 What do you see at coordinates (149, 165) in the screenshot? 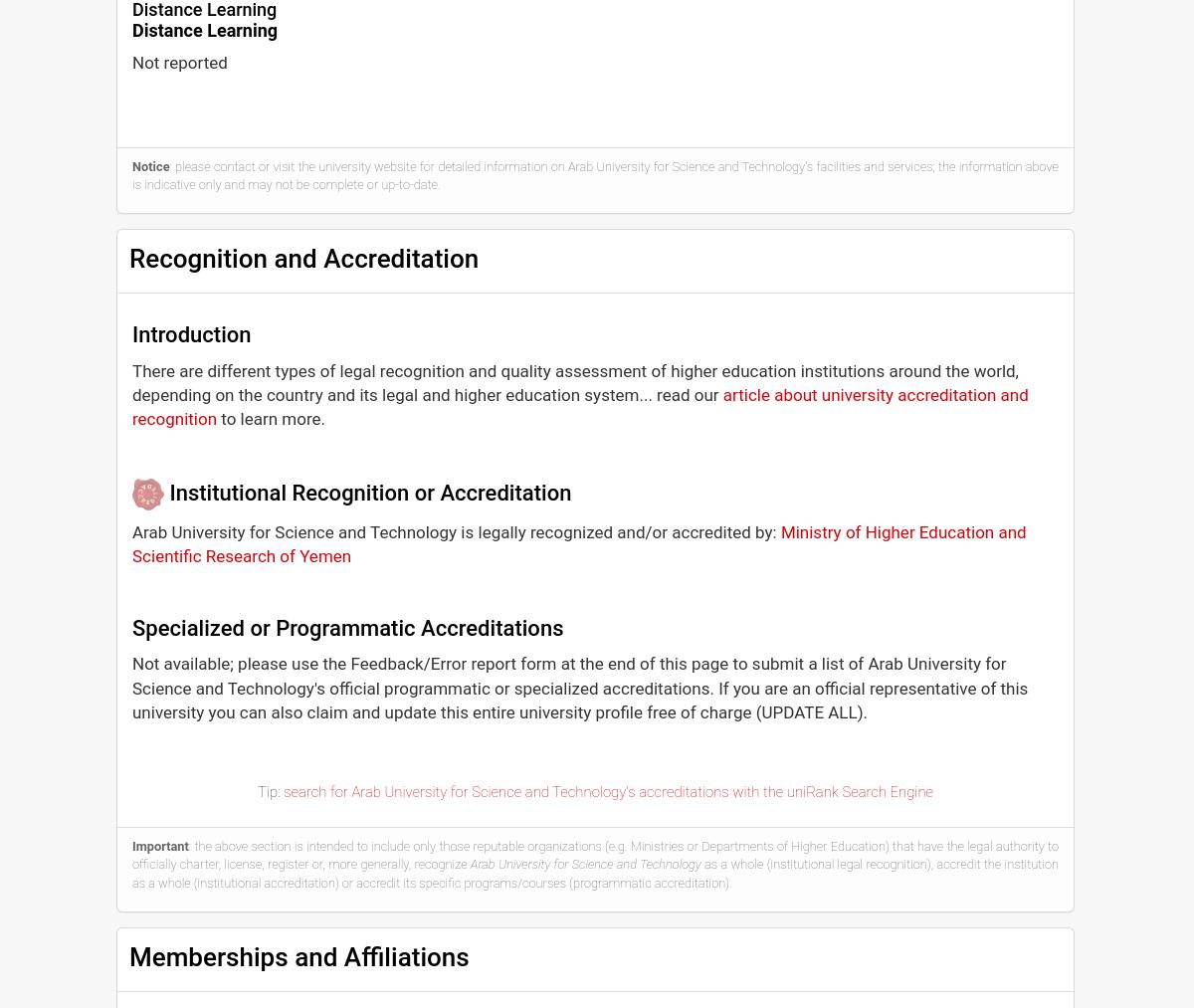
I see `'Notice'` at bounding box center [149, 165].